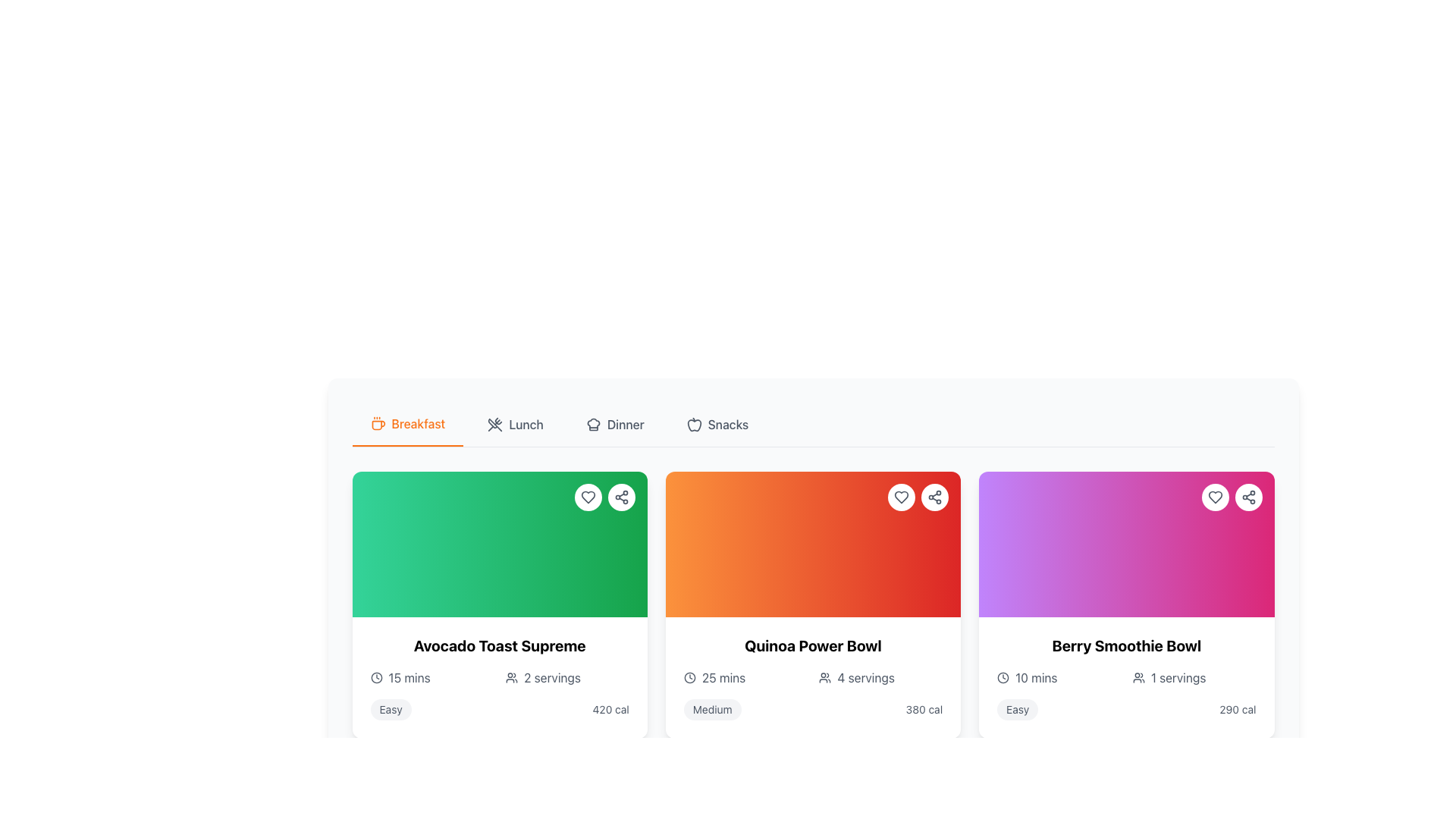 This screenshot has height=819, width=1456. I want to click on the rectangular gradient background of the 'Quinoa Power Bowl' card located in the second column of the layout, so click(812, 543).